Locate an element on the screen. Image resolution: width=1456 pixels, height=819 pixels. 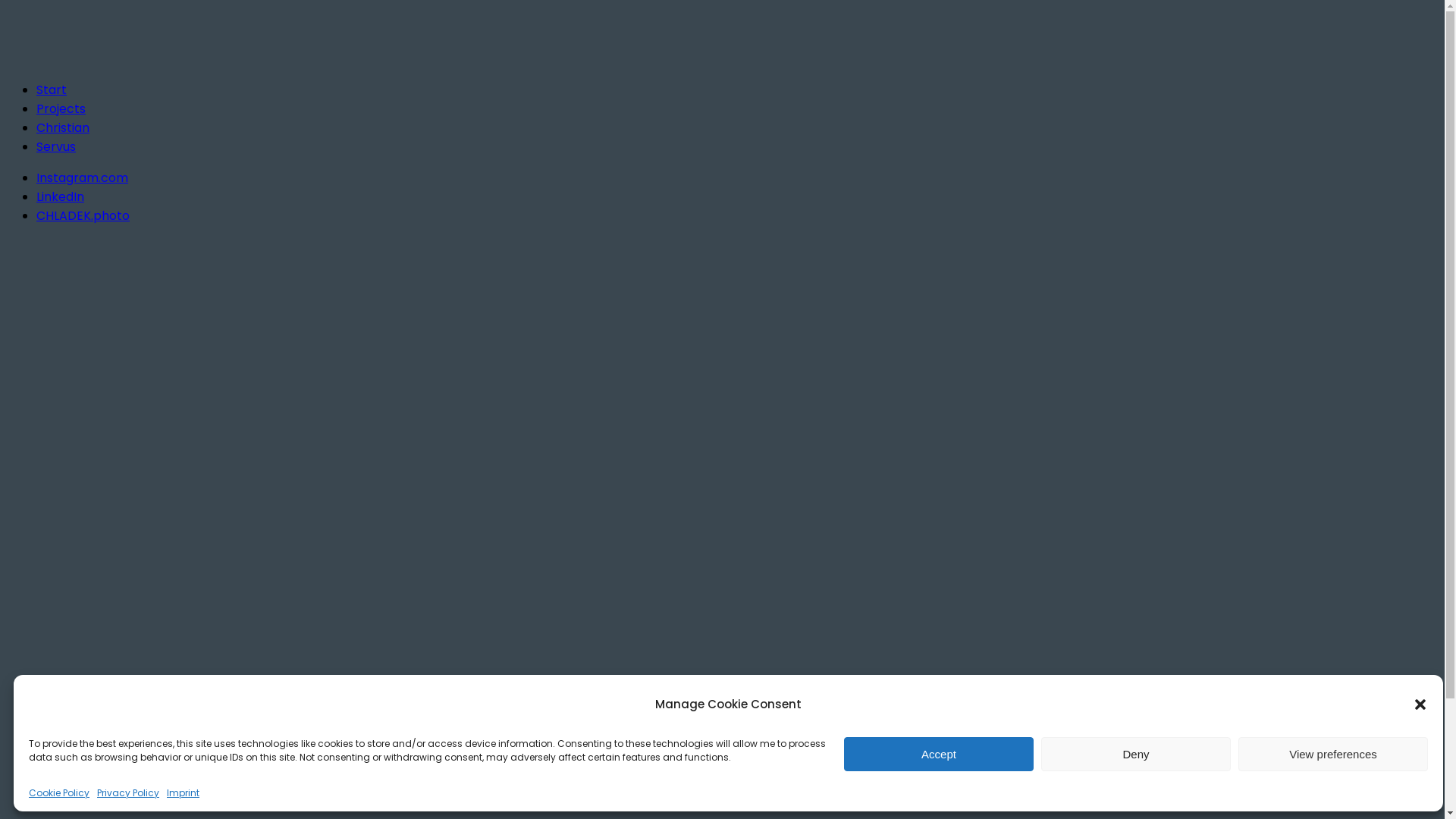
'Cookie Policy' is located at coordinates (58, 792).